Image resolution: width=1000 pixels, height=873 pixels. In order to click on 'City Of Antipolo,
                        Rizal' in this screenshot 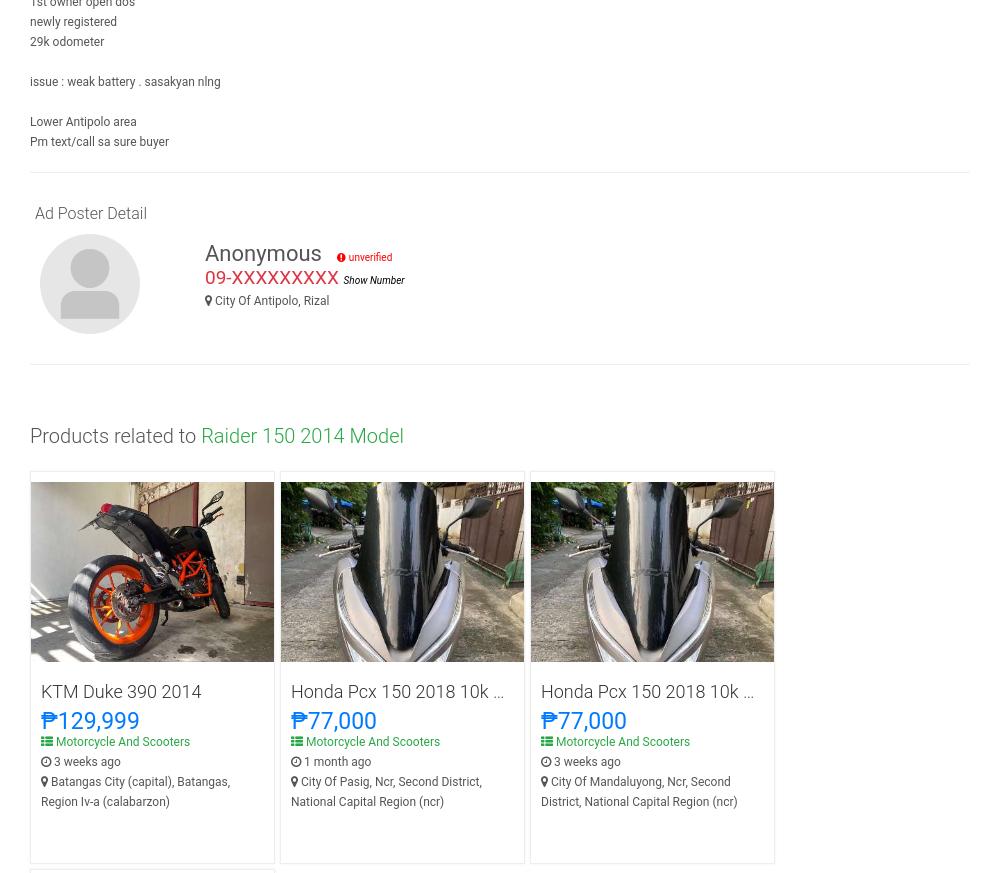, I will do `click(213, 301)`.